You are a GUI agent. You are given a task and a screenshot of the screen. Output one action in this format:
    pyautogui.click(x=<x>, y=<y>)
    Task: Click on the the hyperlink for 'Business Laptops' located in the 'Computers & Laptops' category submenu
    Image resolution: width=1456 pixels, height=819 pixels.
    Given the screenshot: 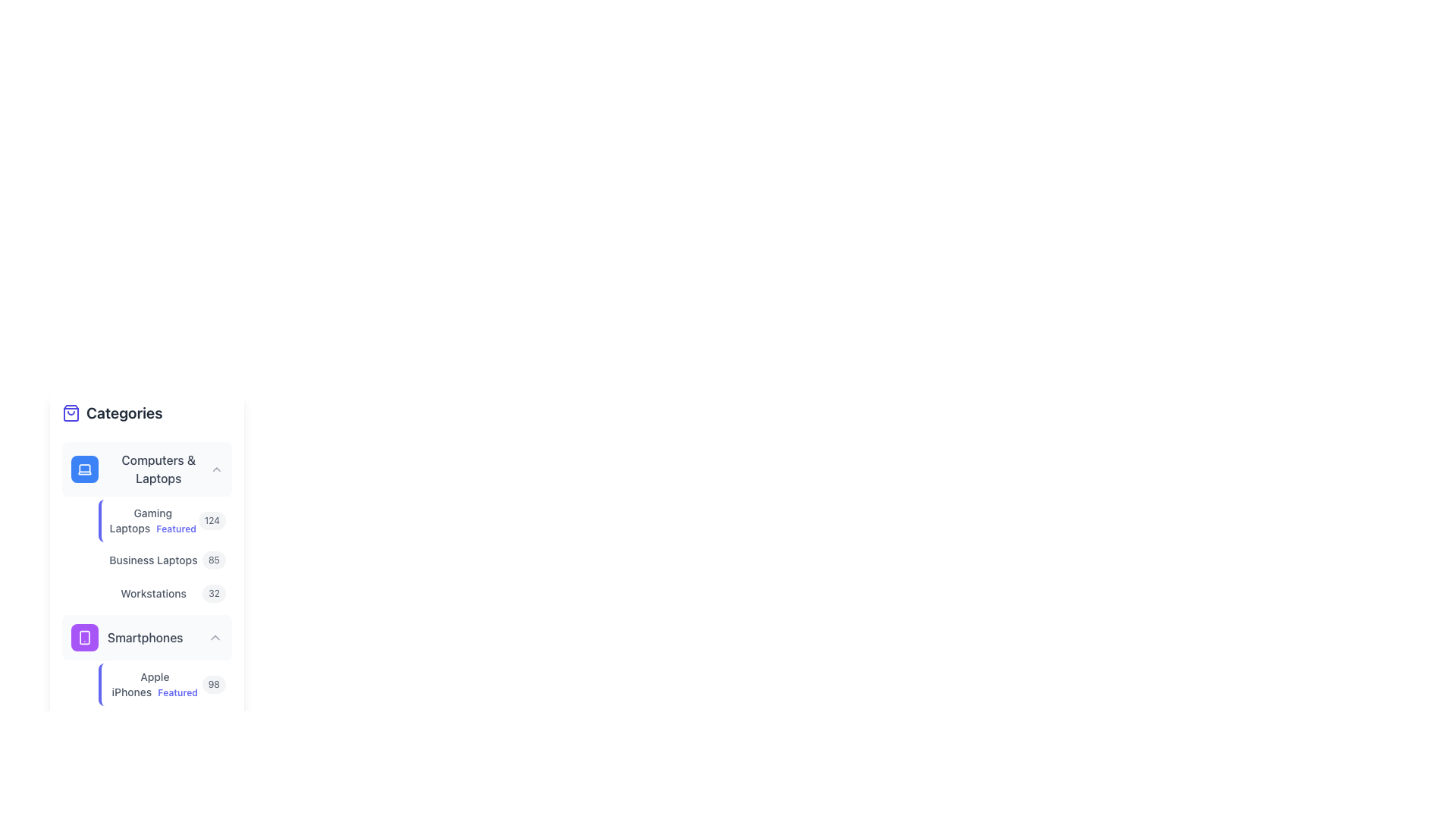 What is the action you would take?
    pyautogui.click(x=153, y=560)
    